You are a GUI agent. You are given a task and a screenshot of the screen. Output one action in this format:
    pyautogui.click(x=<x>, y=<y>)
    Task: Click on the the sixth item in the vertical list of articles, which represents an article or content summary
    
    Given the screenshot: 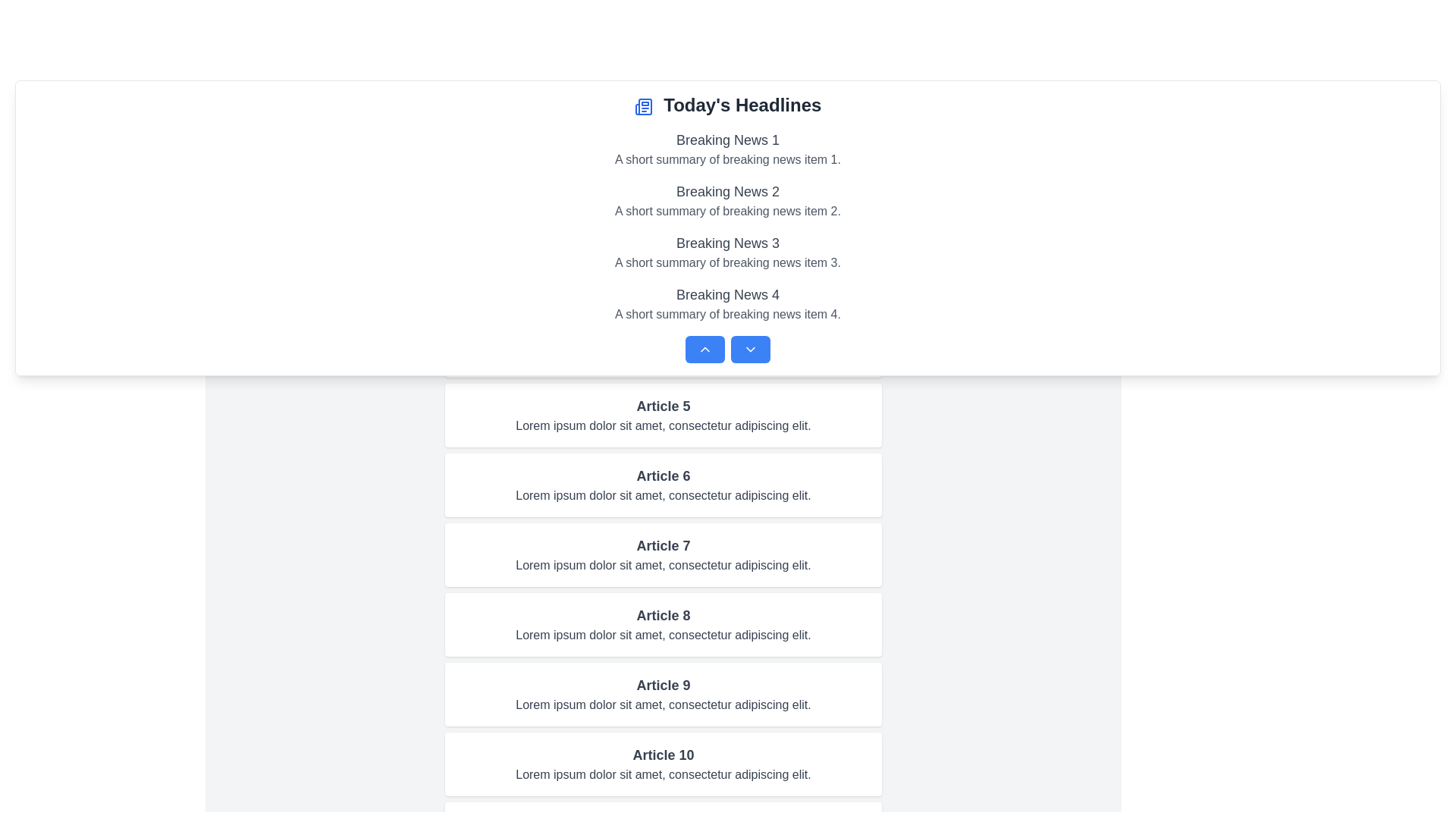 What is the action you would take?
    pyautogui.click(x=663, y=485)
    